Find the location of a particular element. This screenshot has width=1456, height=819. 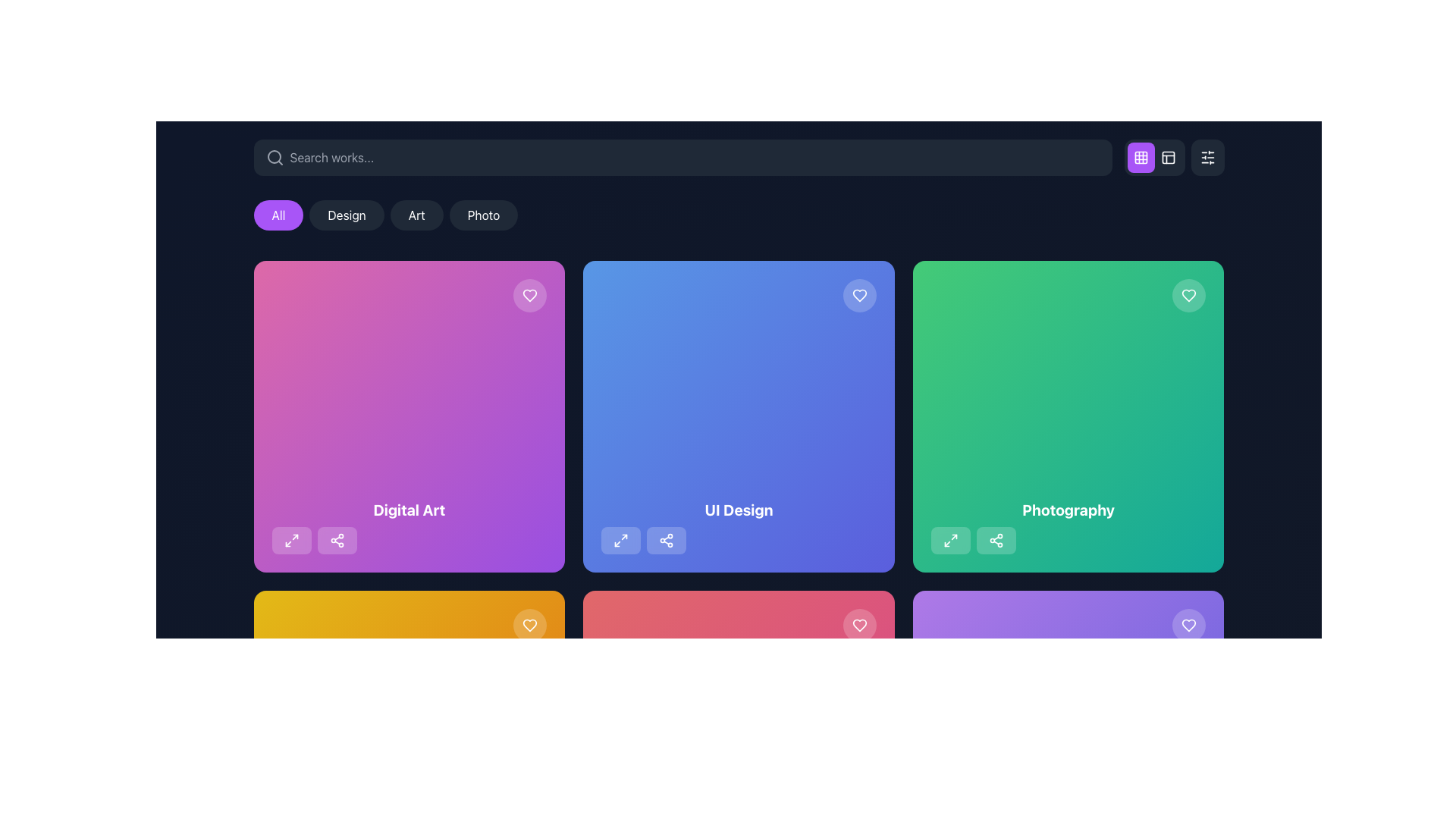

the heart-shaped icon in the top-right corner of the Photography card to trigger interactive effects is located at coordinates (1188, 295).